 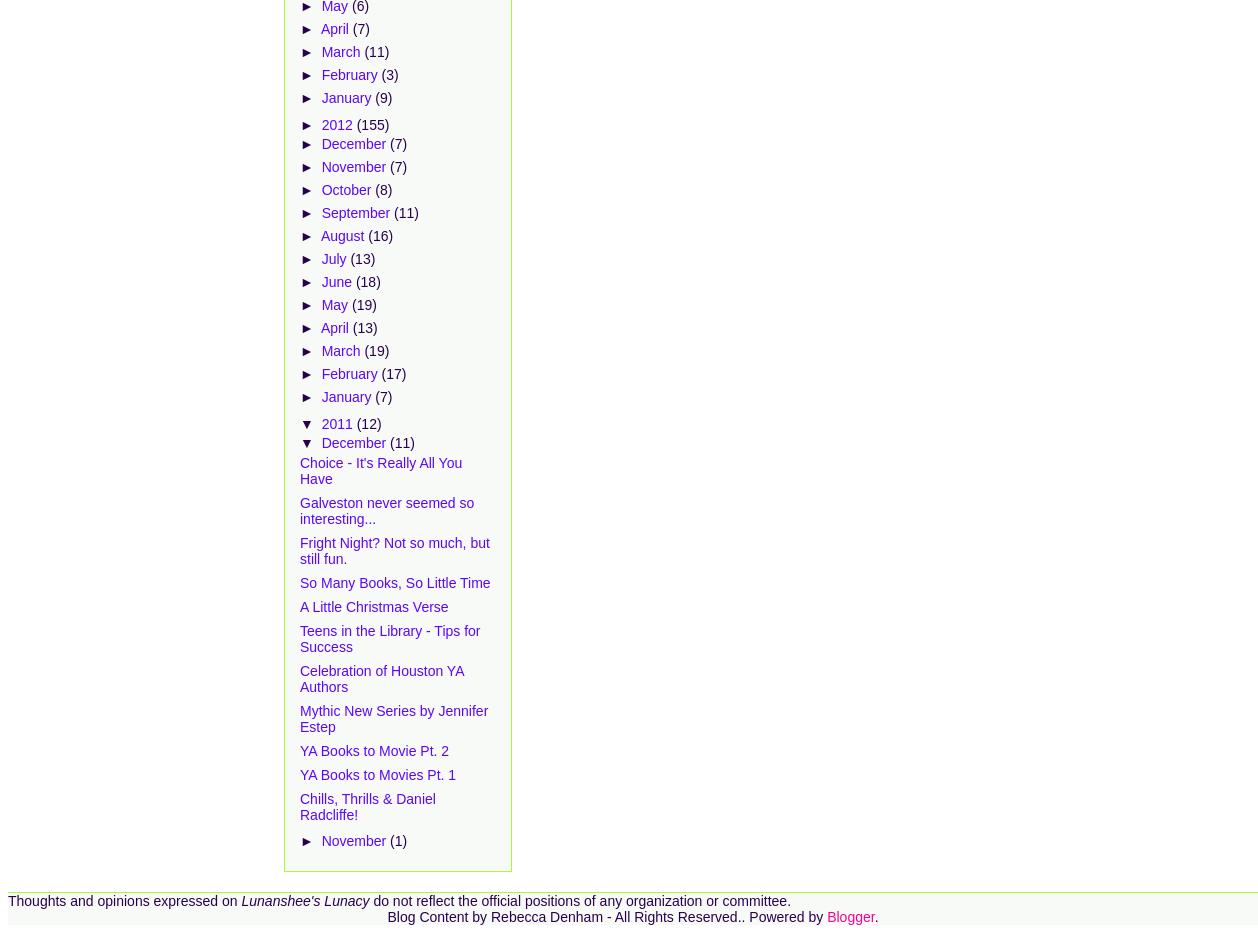 What do you see at coordinates (304, 900) in the screenshot?
I see `'Lunanshee's Lunacy'` at bounding box center [304, 900].